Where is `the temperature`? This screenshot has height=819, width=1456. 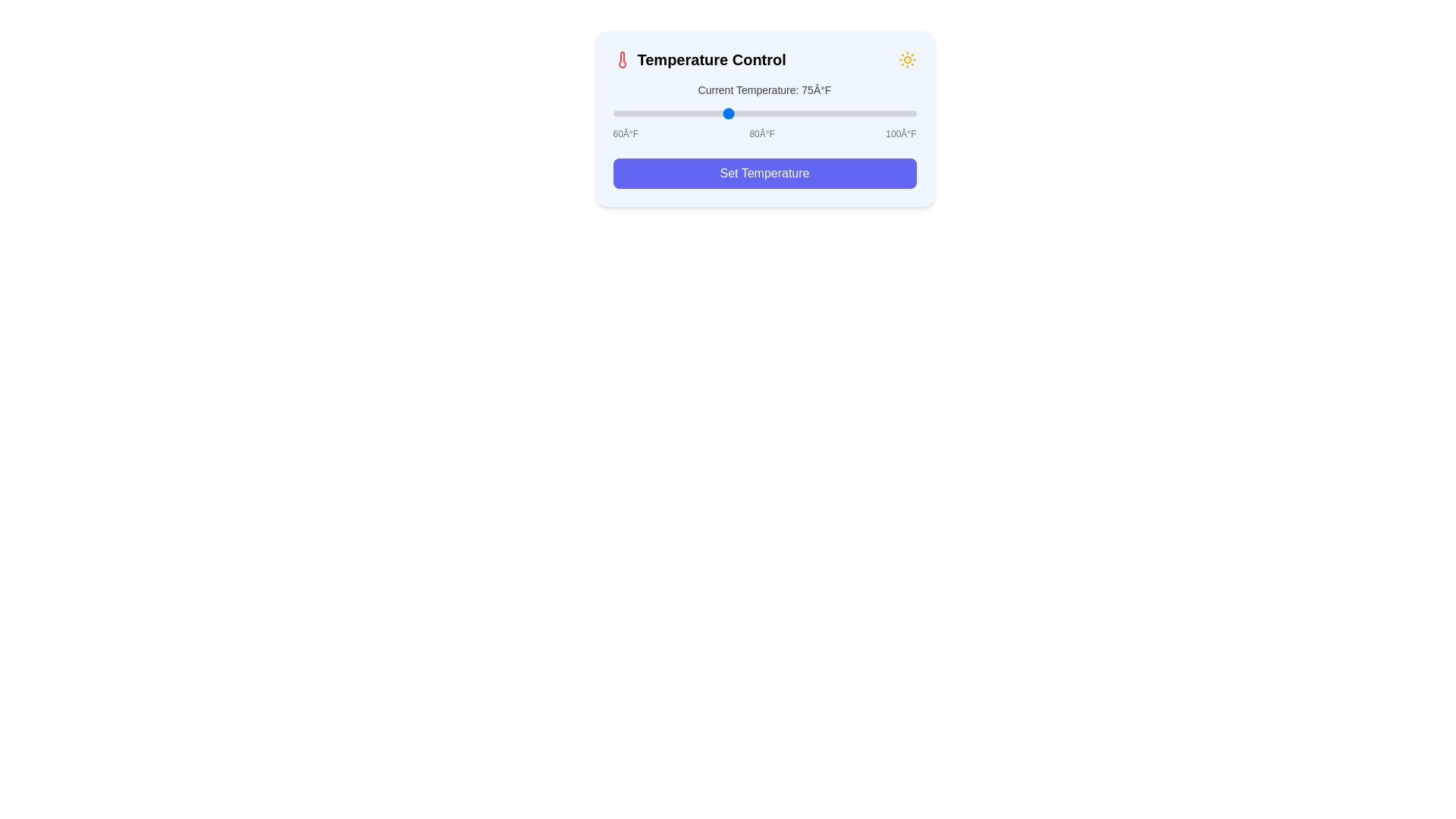 the temperature is located at coordinates (908, 113).